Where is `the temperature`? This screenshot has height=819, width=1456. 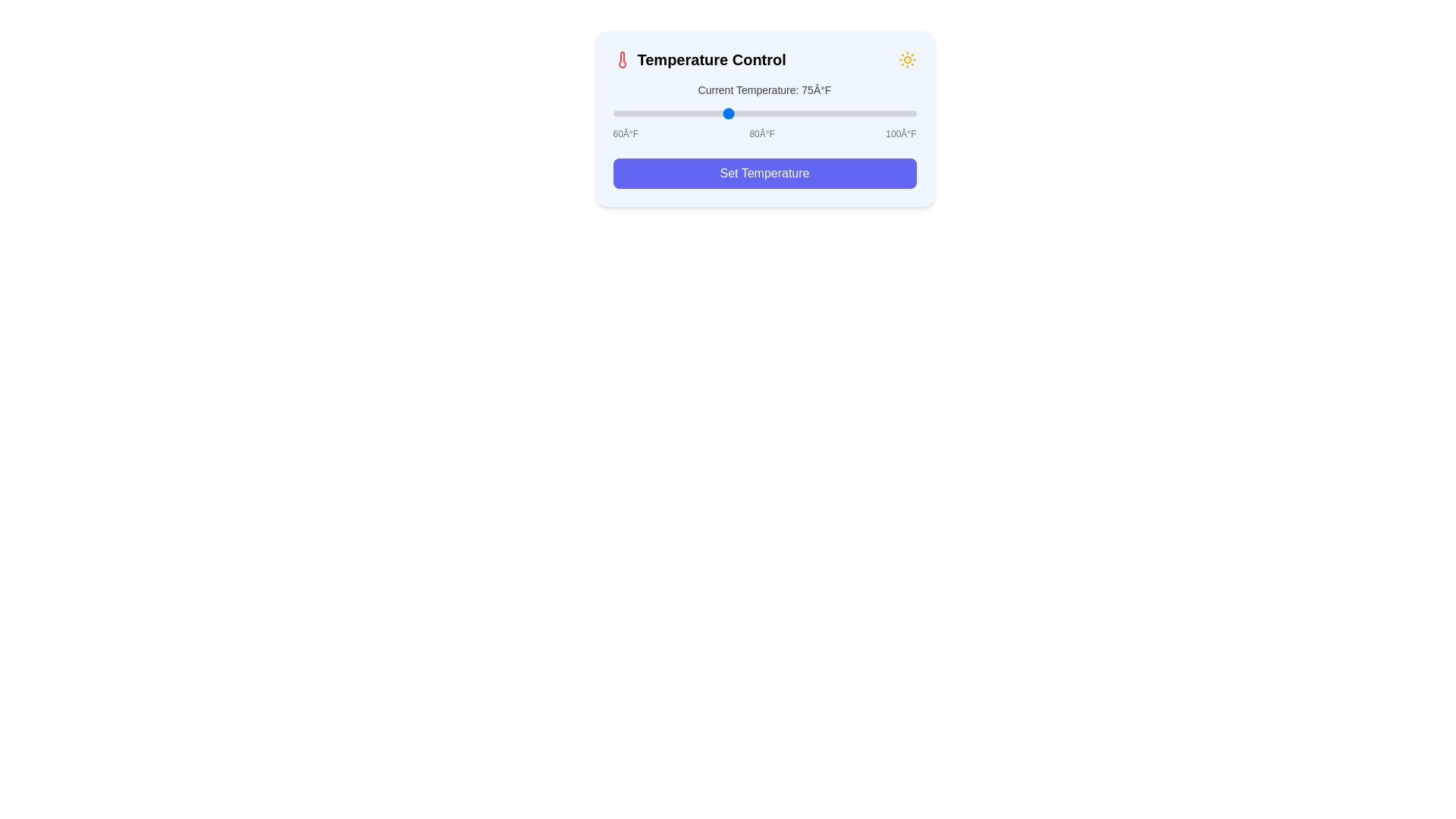 the temperature is located at coordinates (908, 113).